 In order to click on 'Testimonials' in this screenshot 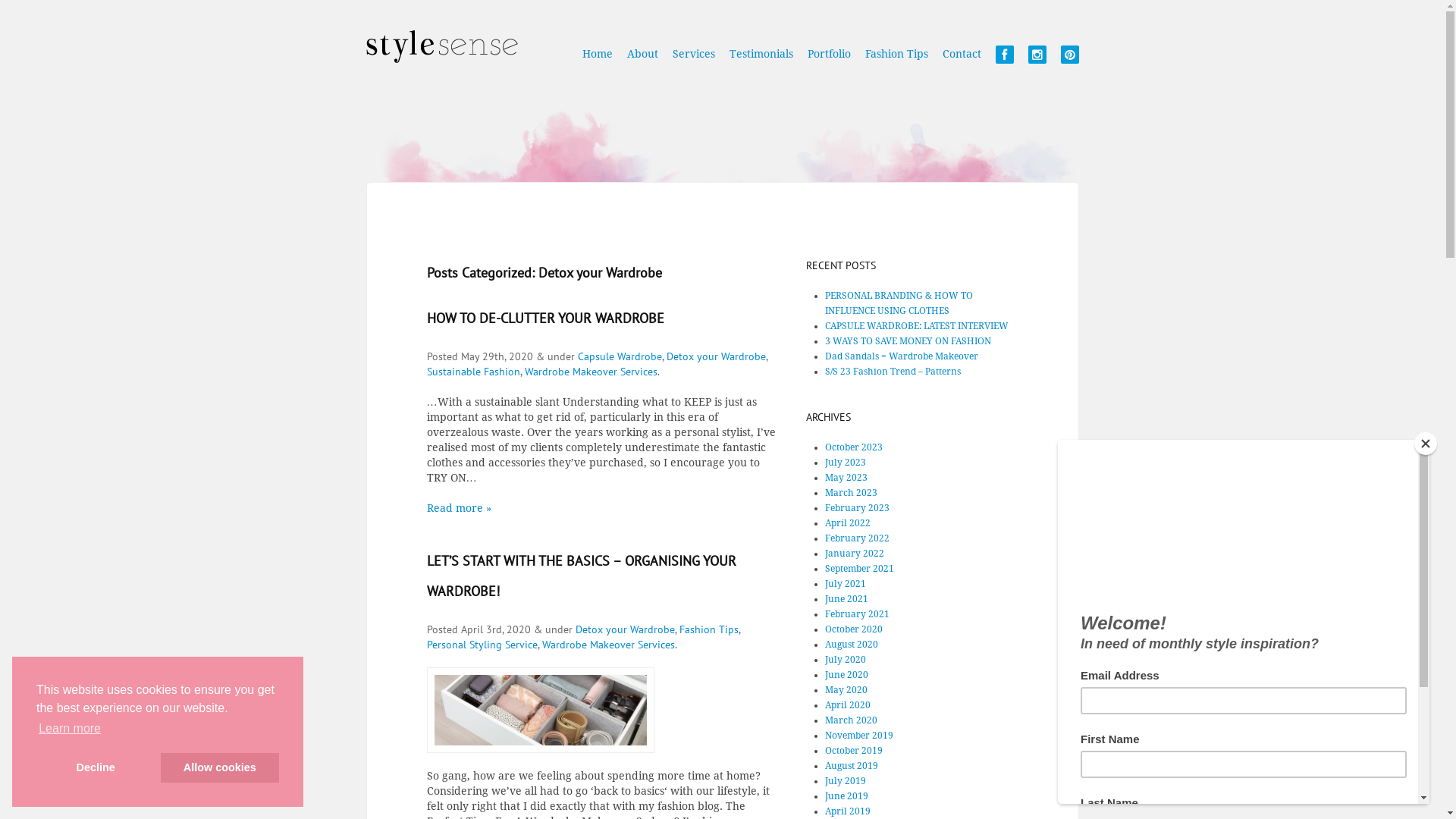, I will do `click(761, 61)`.